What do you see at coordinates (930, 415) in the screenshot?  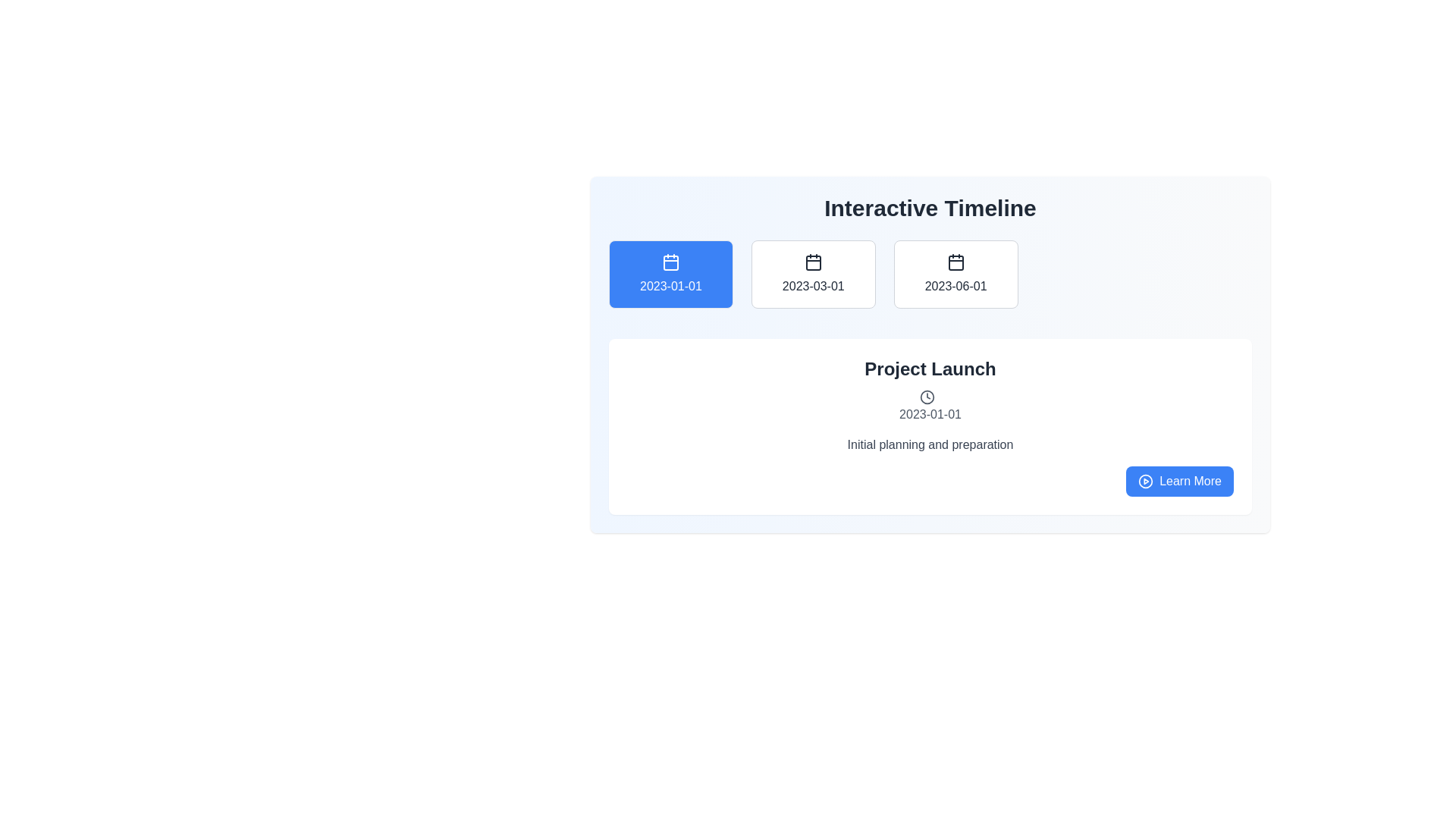 I see `the text display that shows the date for the 'Project Launch', located centrally below the clock icon and above the description text` at bounding box center [930, 415].